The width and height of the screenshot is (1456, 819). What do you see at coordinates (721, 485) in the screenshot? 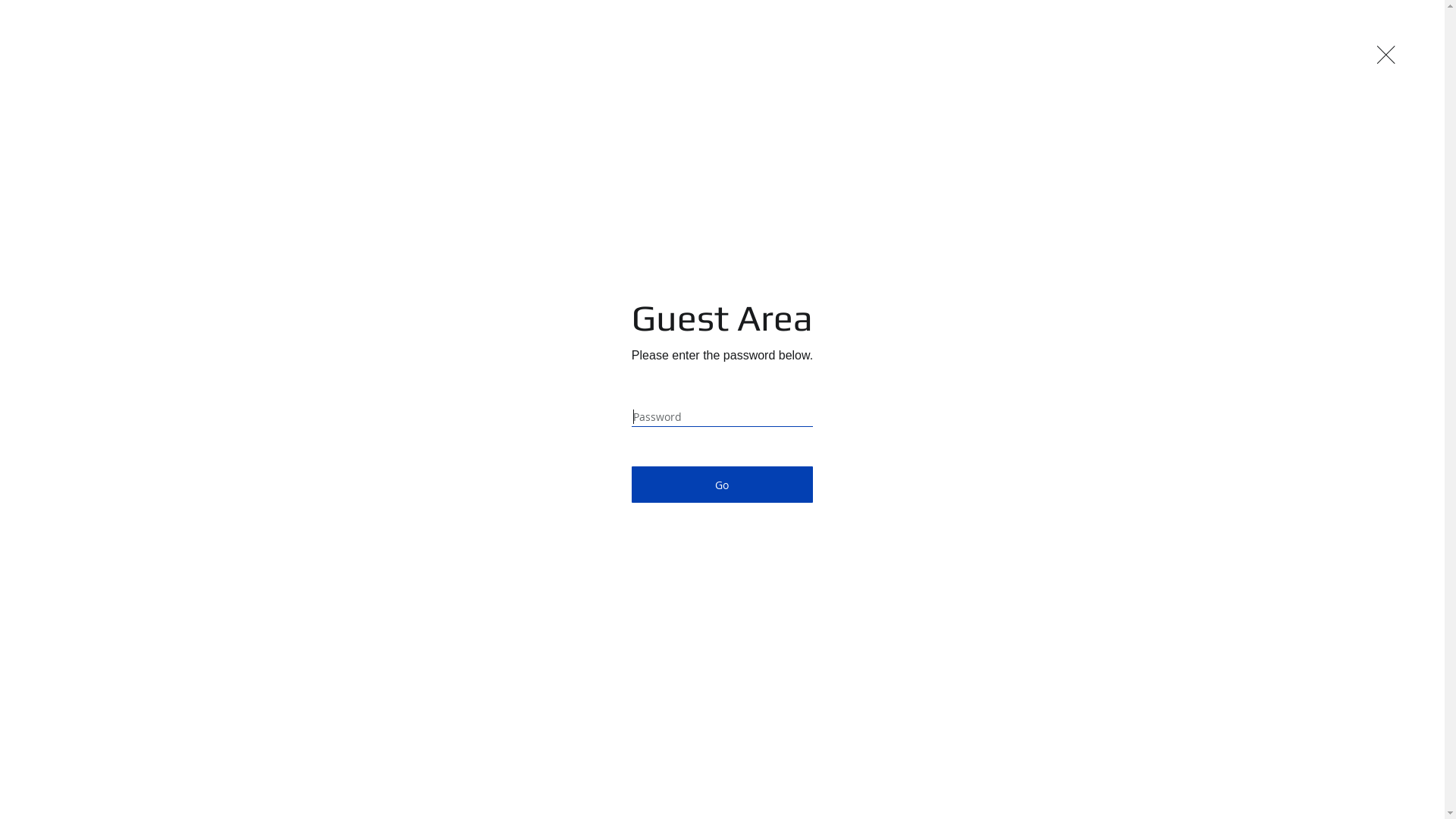
I see `'Go'` at bounding box center [721, 485].